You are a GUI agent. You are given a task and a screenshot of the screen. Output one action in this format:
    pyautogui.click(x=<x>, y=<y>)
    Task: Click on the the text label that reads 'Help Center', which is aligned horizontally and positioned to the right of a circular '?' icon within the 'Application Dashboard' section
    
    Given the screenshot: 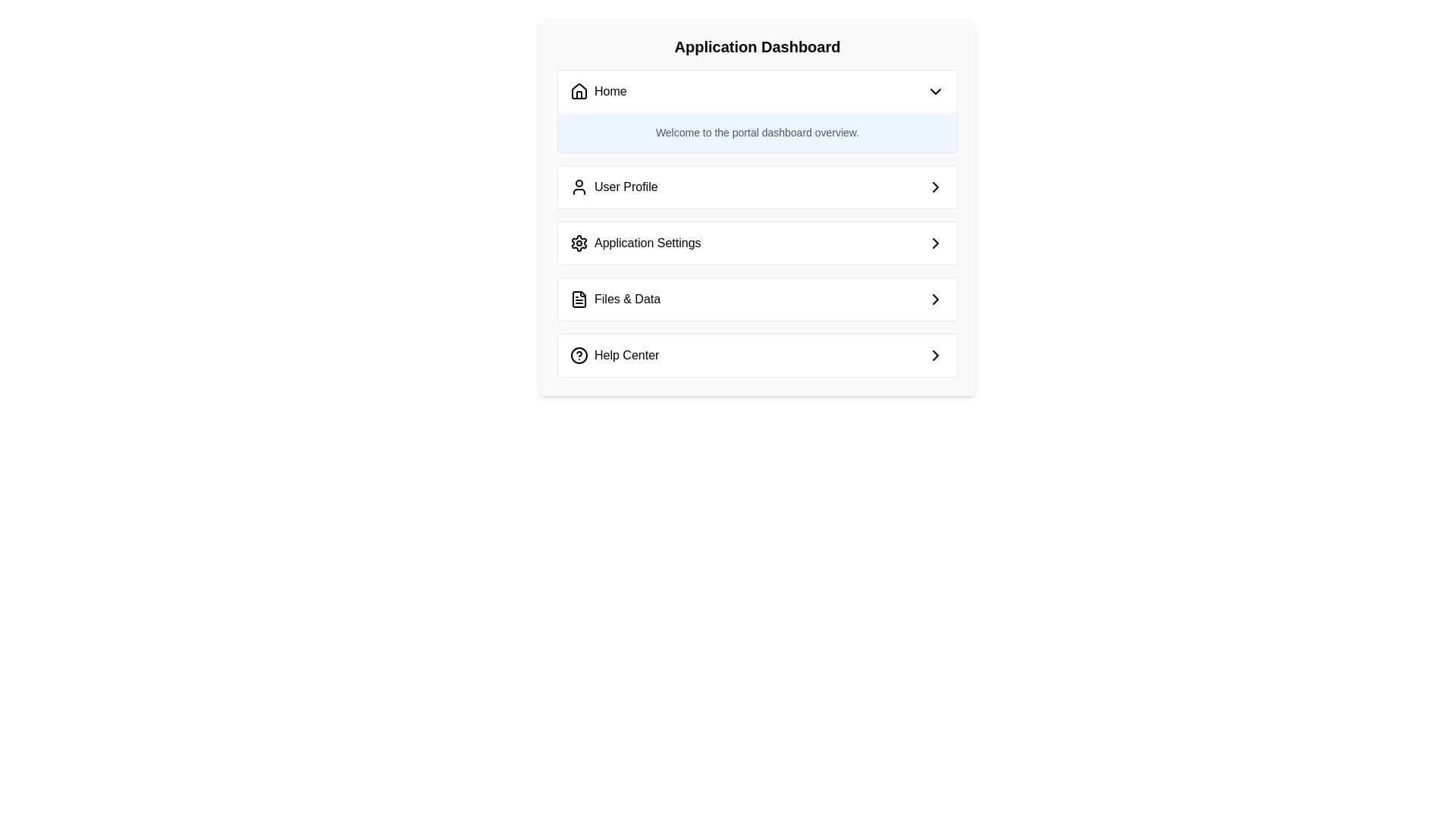 What is the action you would take?
    pyautogui.click(x=614, y=356)
    